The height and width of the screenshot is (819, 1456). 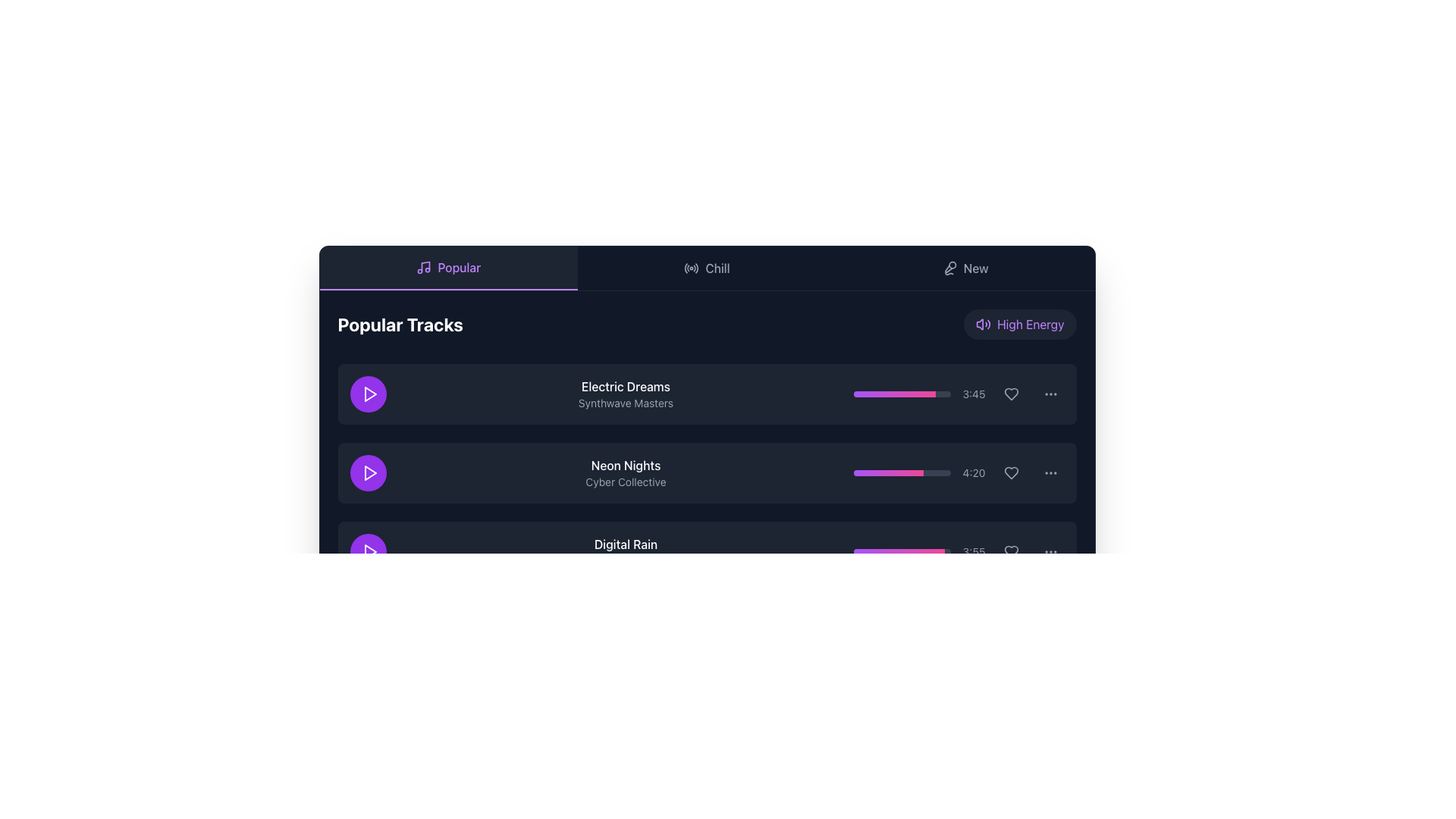 What do you see at coordinates (626, 472) in the screenshot?
I see `text details of the title 'Neon Nights' and the artist 'Cyber Collective' displayed in the central text label of the music track UI element` at bounding box center [626, 472].